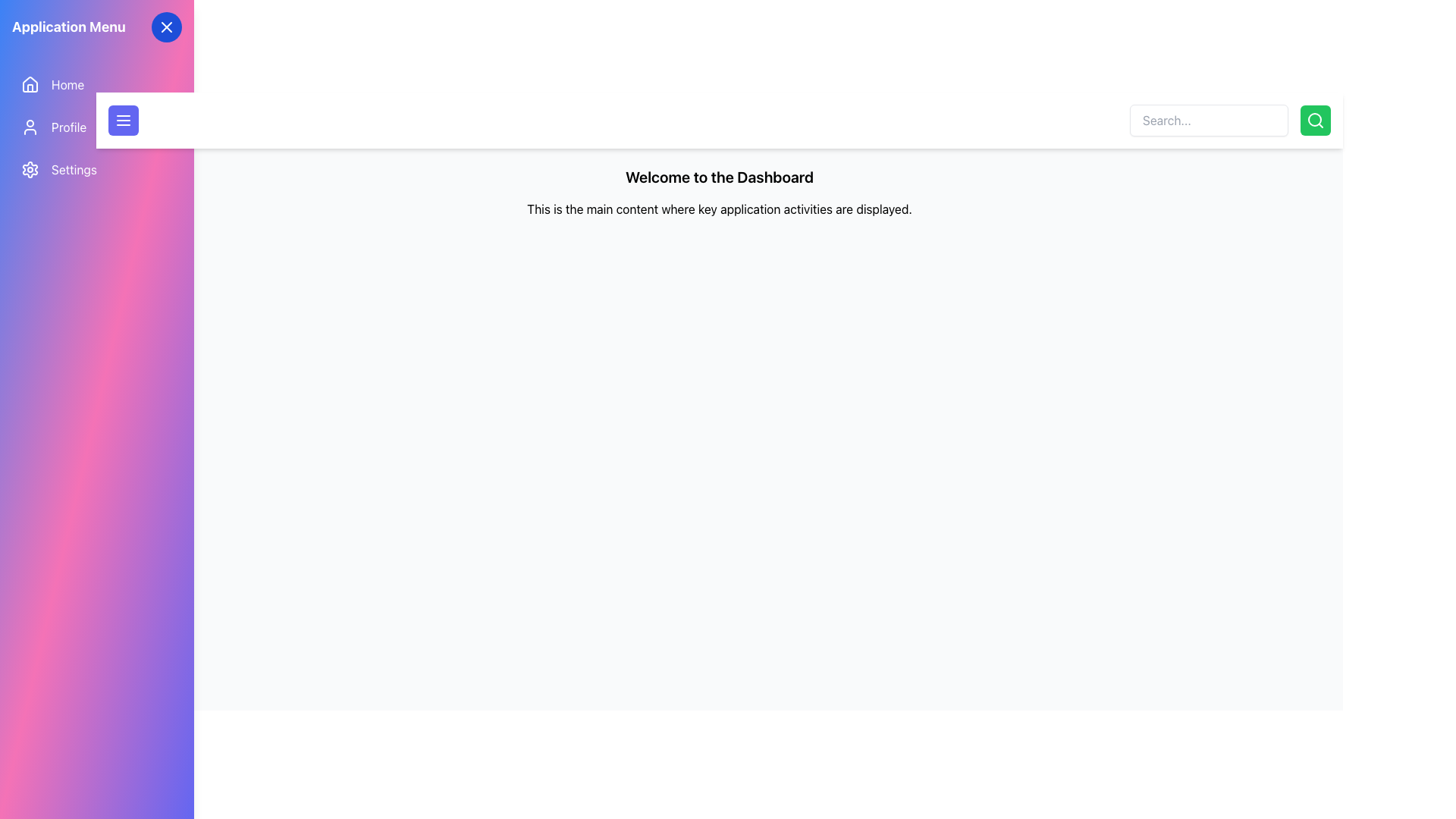 This screenshot has width=1456, height=819. I want to click on the bold text label displaying 'Application Menu' located at the upper left side of the interface, so click(68, 27).